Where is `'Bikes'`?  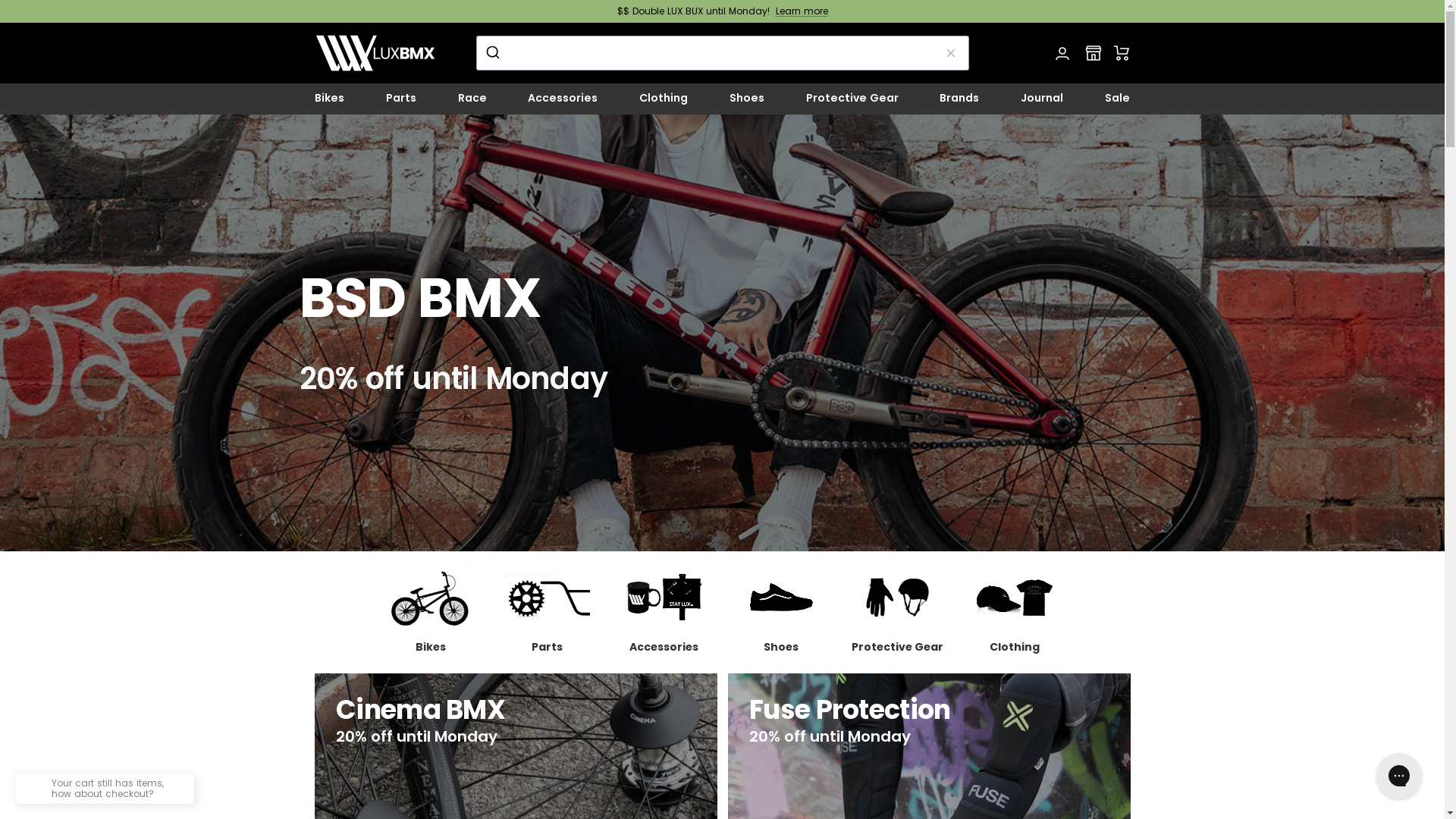 'Bikes' is located at coordinates (428, 610).